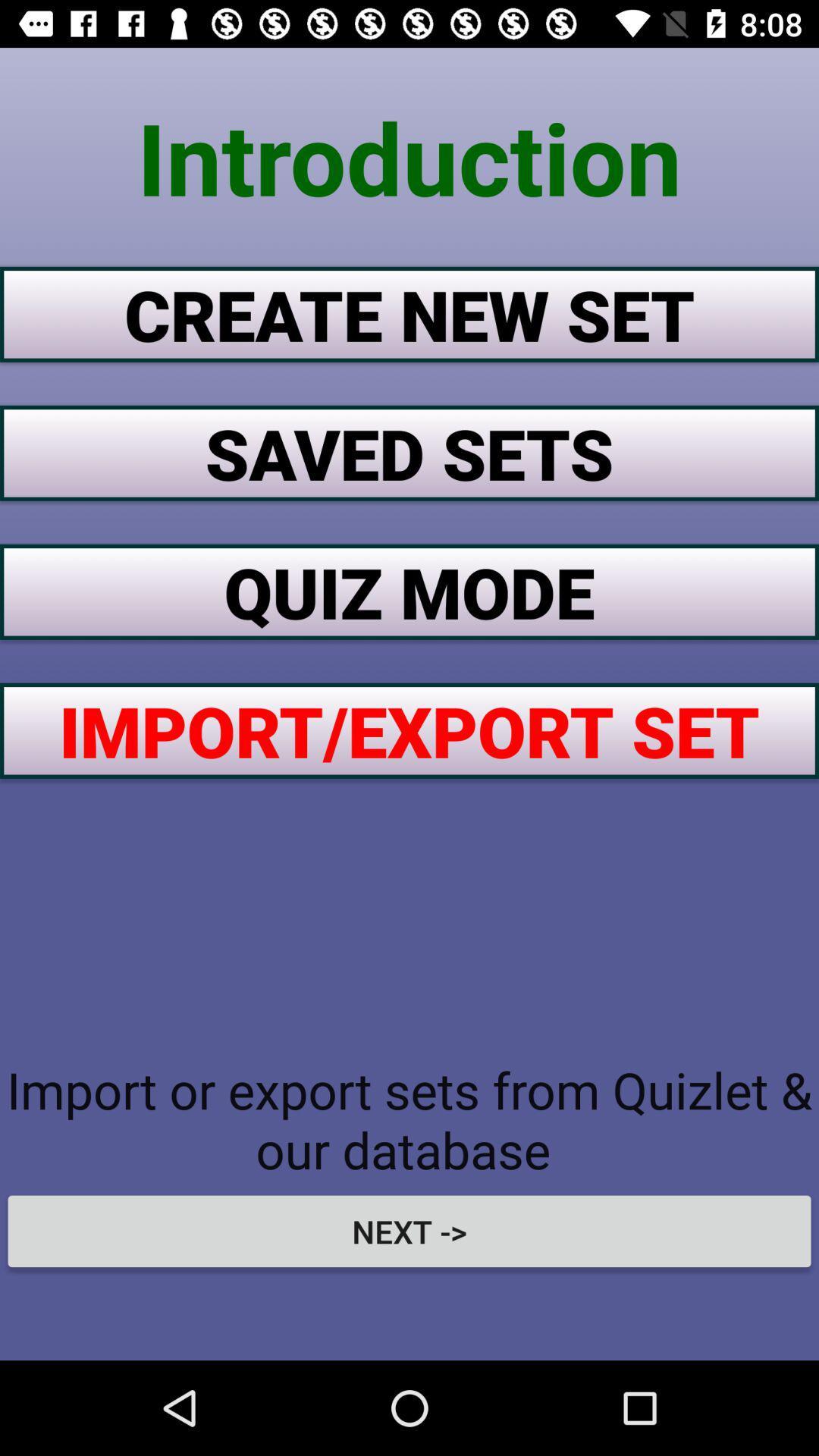  What do you see at coordinates (409, 591) in the screenshot?
I see `the quiz mode` at bounding box center [409, 591].